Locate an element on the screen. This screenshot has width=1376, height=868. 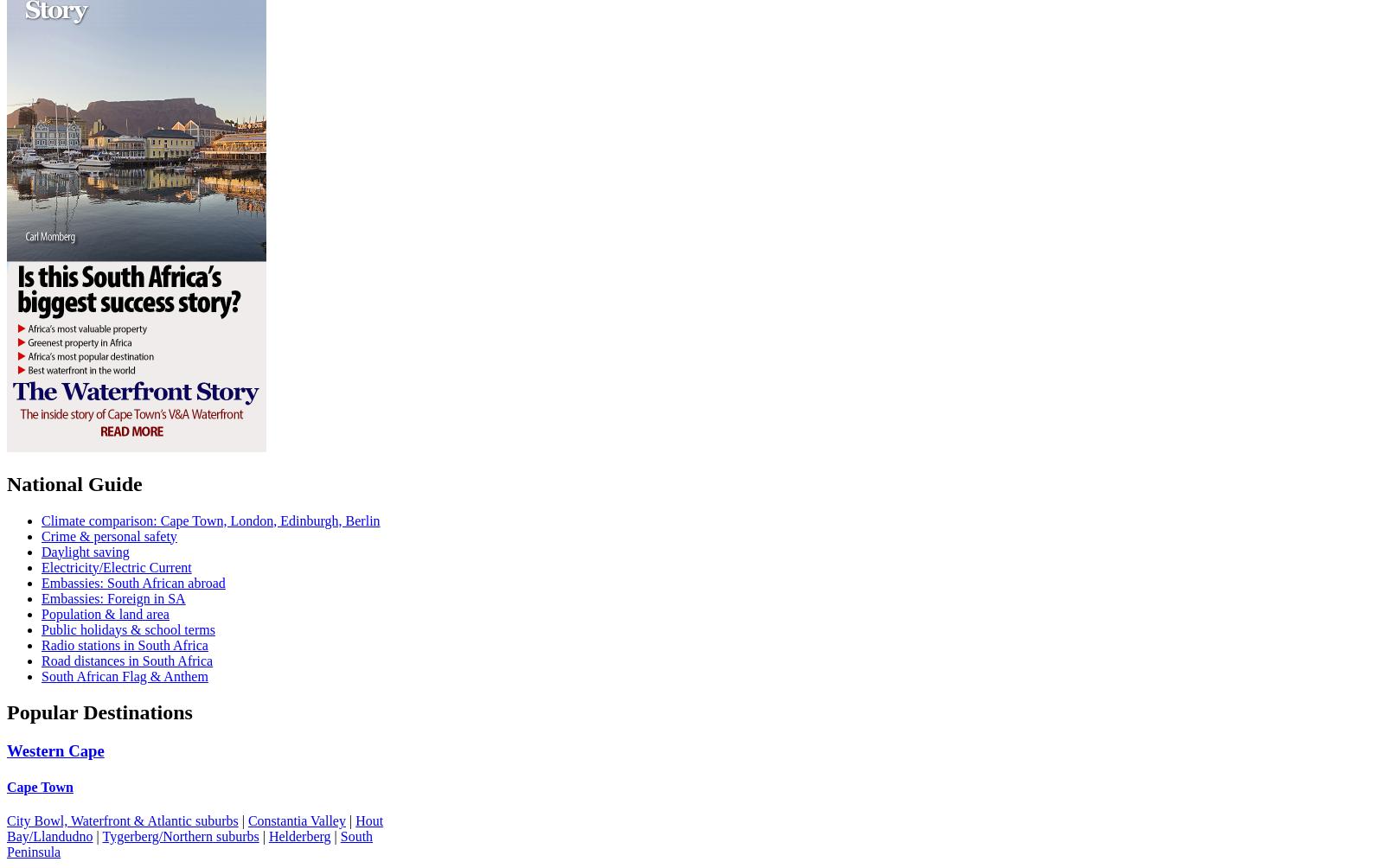
'South African Flag & Anthem' is located at coordinates (42, 675).